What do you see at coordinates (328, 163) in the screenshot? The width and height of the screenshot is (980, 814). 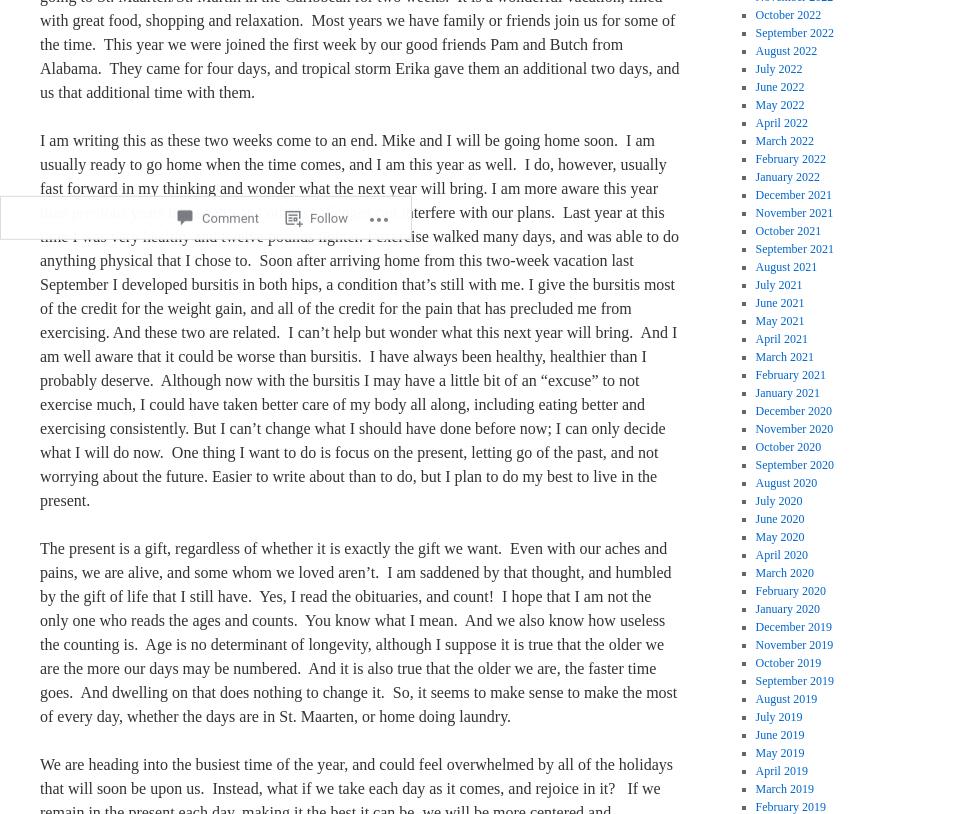 I see `'Follow'` at bounding box center [328, 163].